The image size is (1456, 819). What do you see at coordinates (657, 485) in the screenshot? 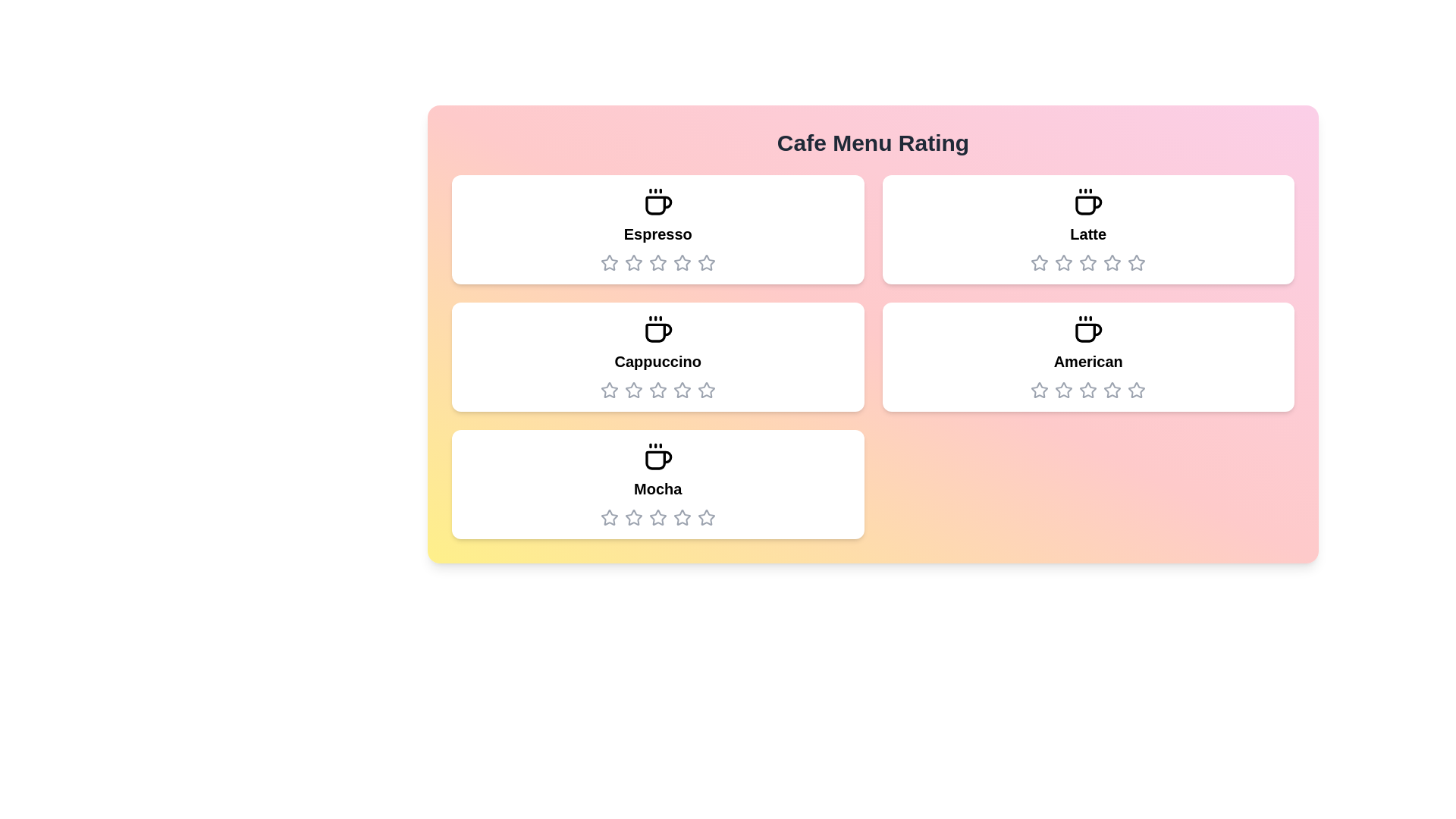
I see `the menu item Mocha to navigate to its details` at bounding box center [657, 485].